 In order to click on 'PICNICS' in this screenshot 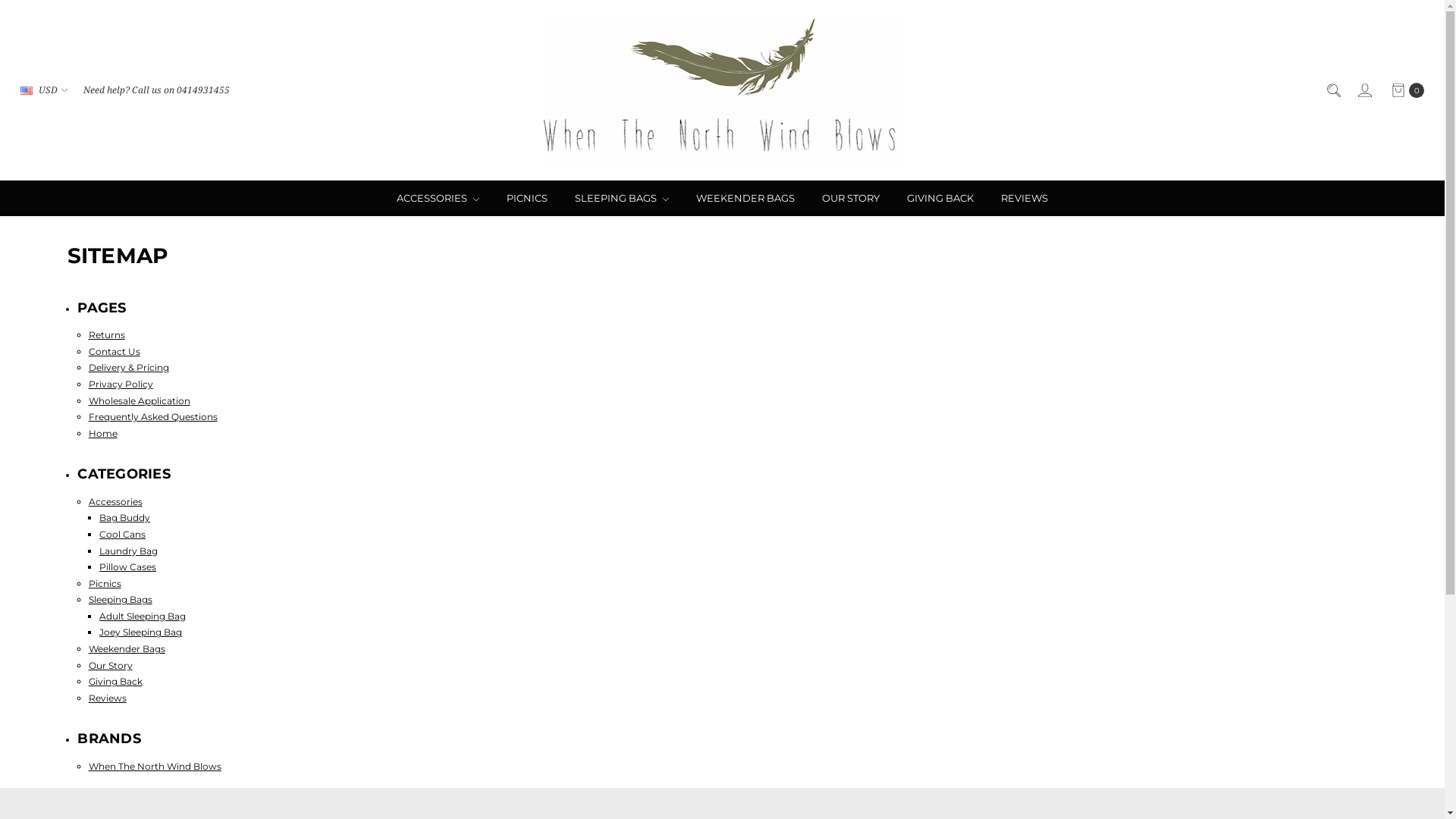, I will do `click(527, 197)`.